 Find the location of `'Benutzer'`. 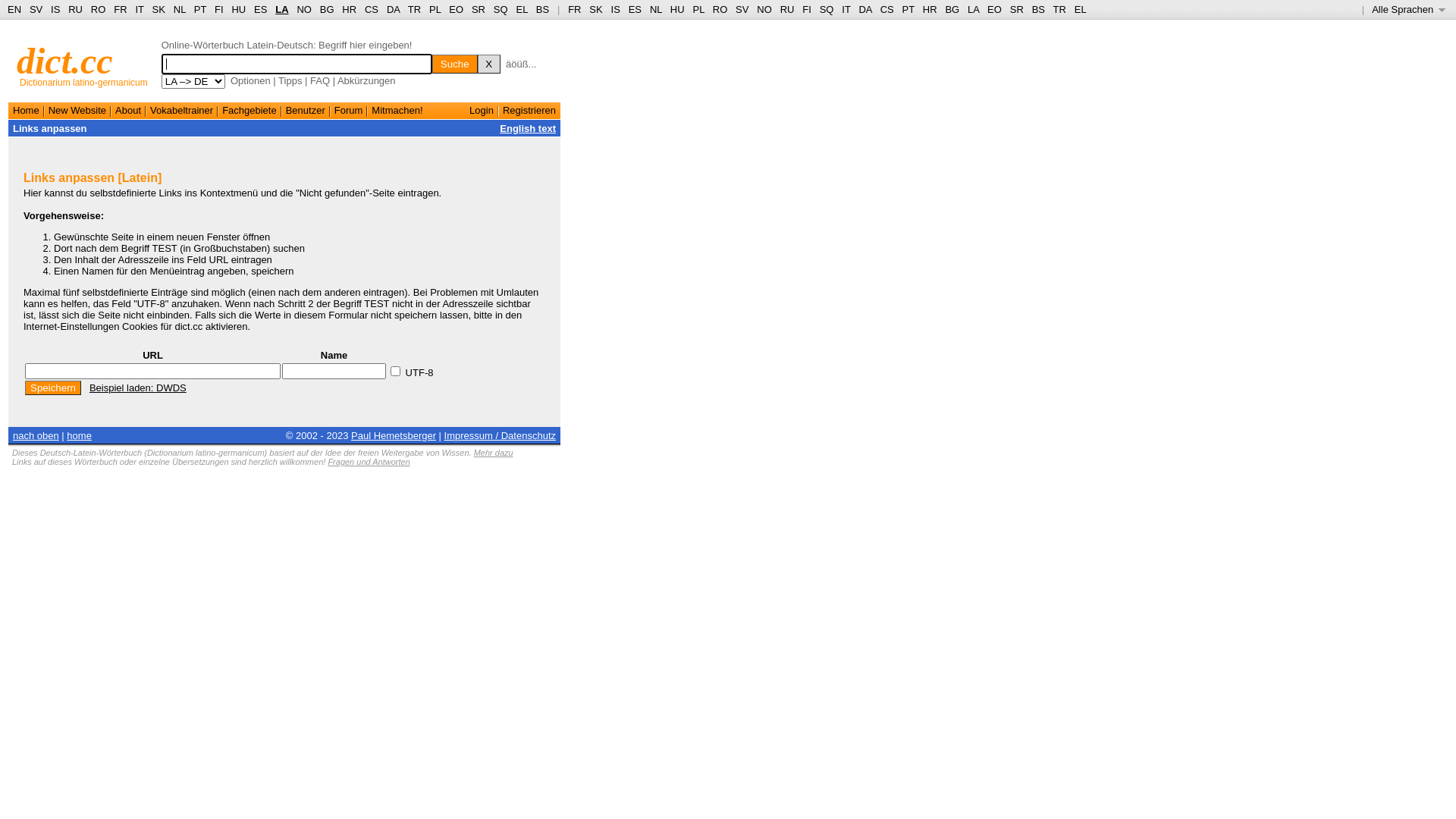

'Benutzer' is located at coordinates (305, 109).